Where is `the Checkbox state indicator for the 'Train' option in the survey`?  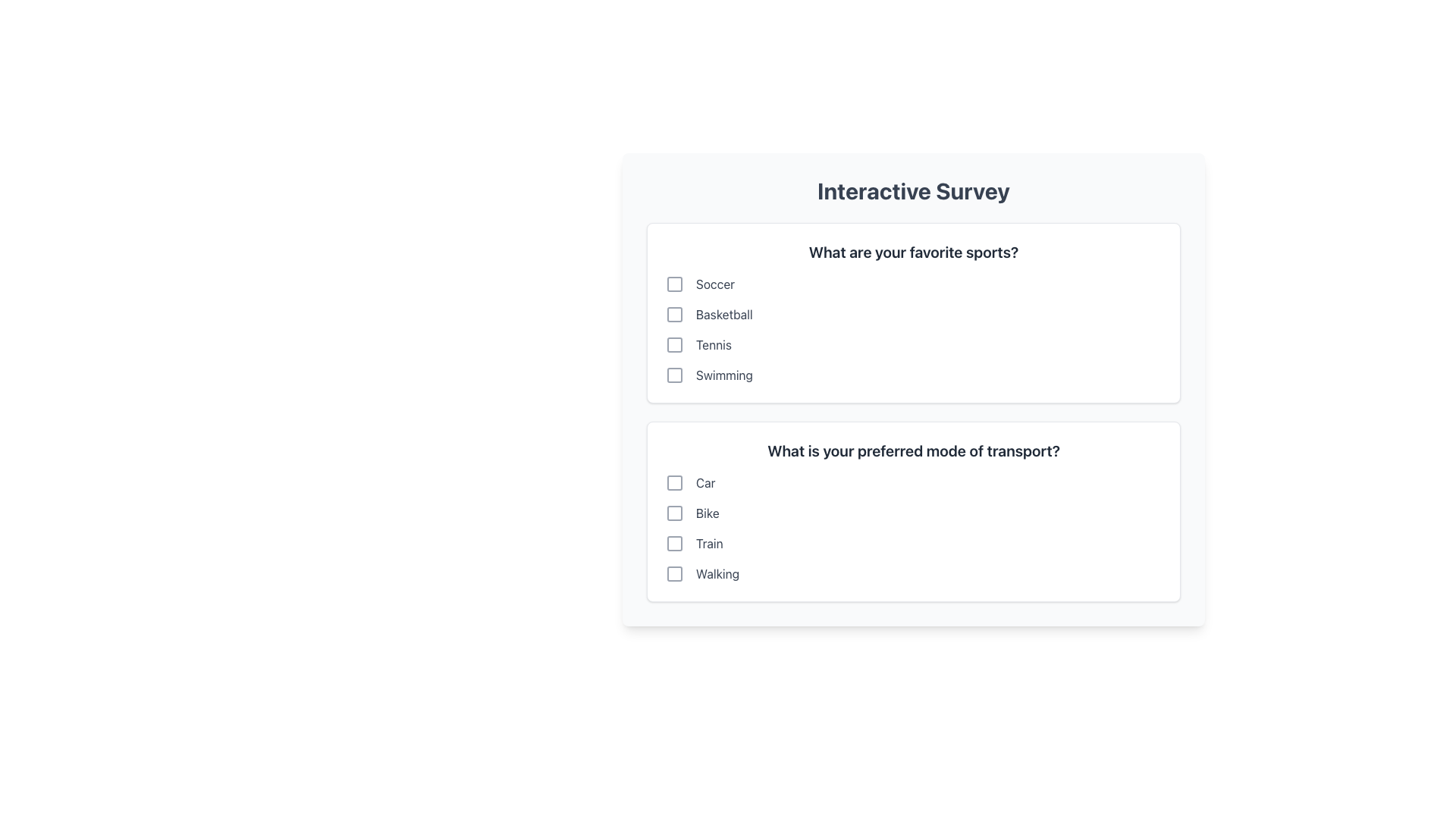 the Checkbox state indicator for the 'Train' option in the survey is located at coordinates (673, 543).